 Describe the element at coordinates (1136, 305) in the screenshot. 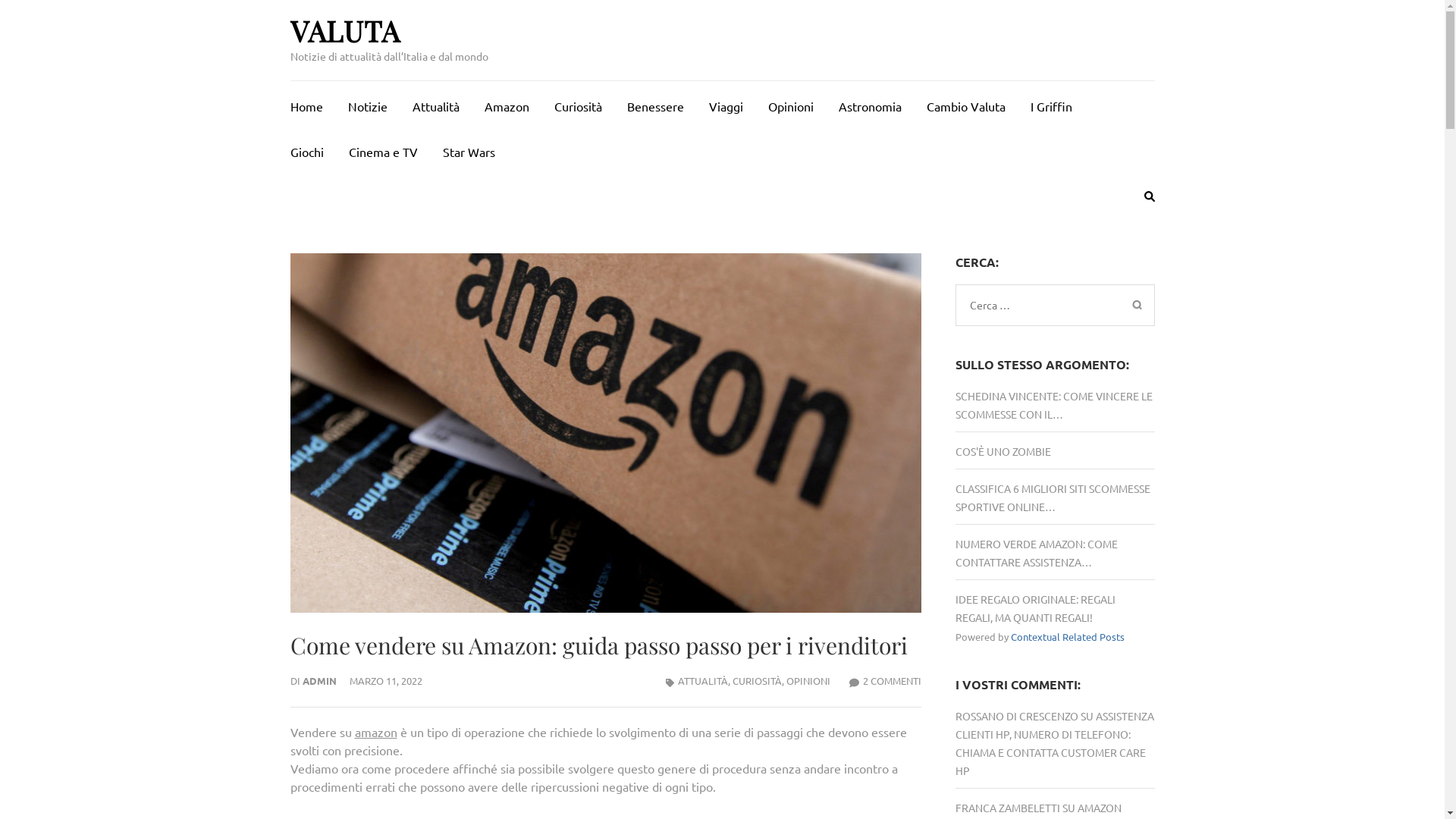

I see `'Cerca'` at that location.